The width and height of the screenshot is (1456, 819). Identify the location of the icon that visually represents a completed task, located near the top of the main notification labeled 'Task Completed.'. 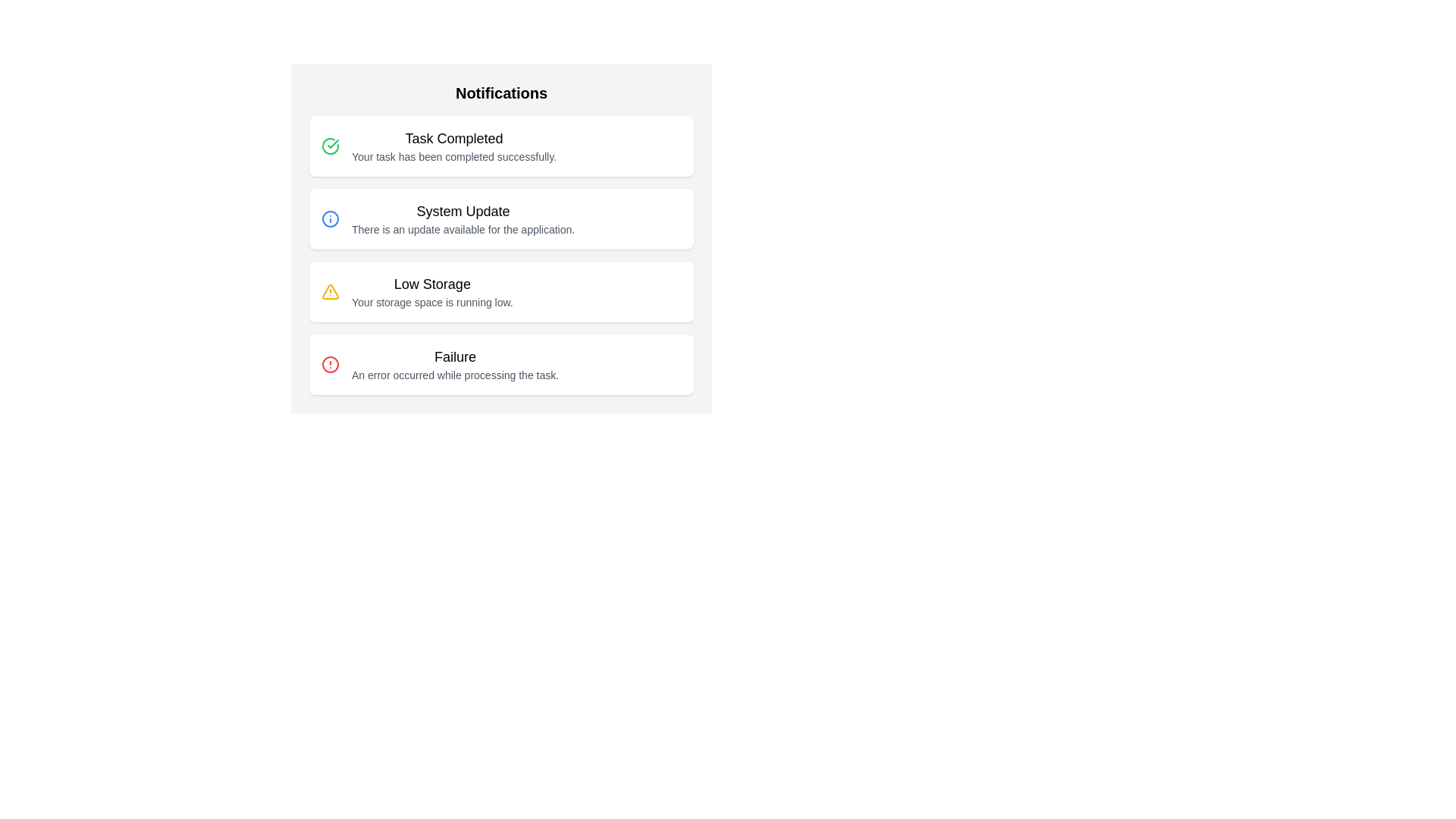
(332, 143).